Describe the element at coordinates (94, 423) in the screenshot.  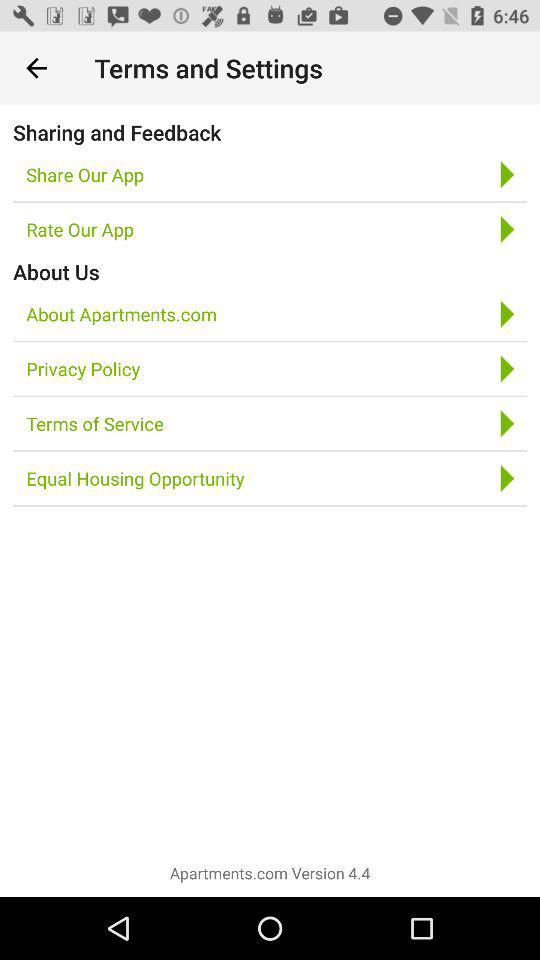
I see `icon above the equal housing opportunity icon` at that location.